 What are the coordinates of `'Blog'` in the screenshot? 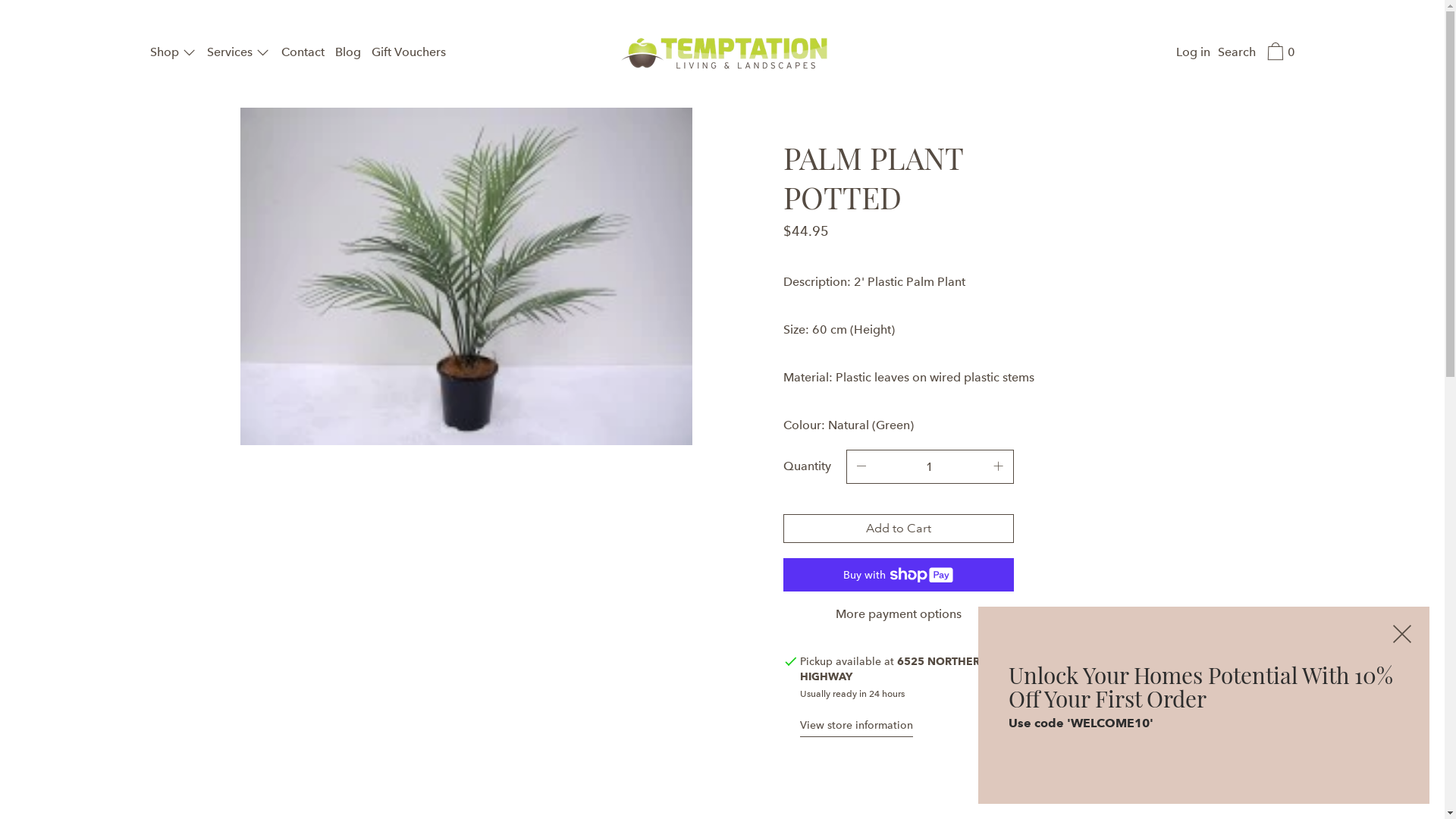 It's located at (347, 52).